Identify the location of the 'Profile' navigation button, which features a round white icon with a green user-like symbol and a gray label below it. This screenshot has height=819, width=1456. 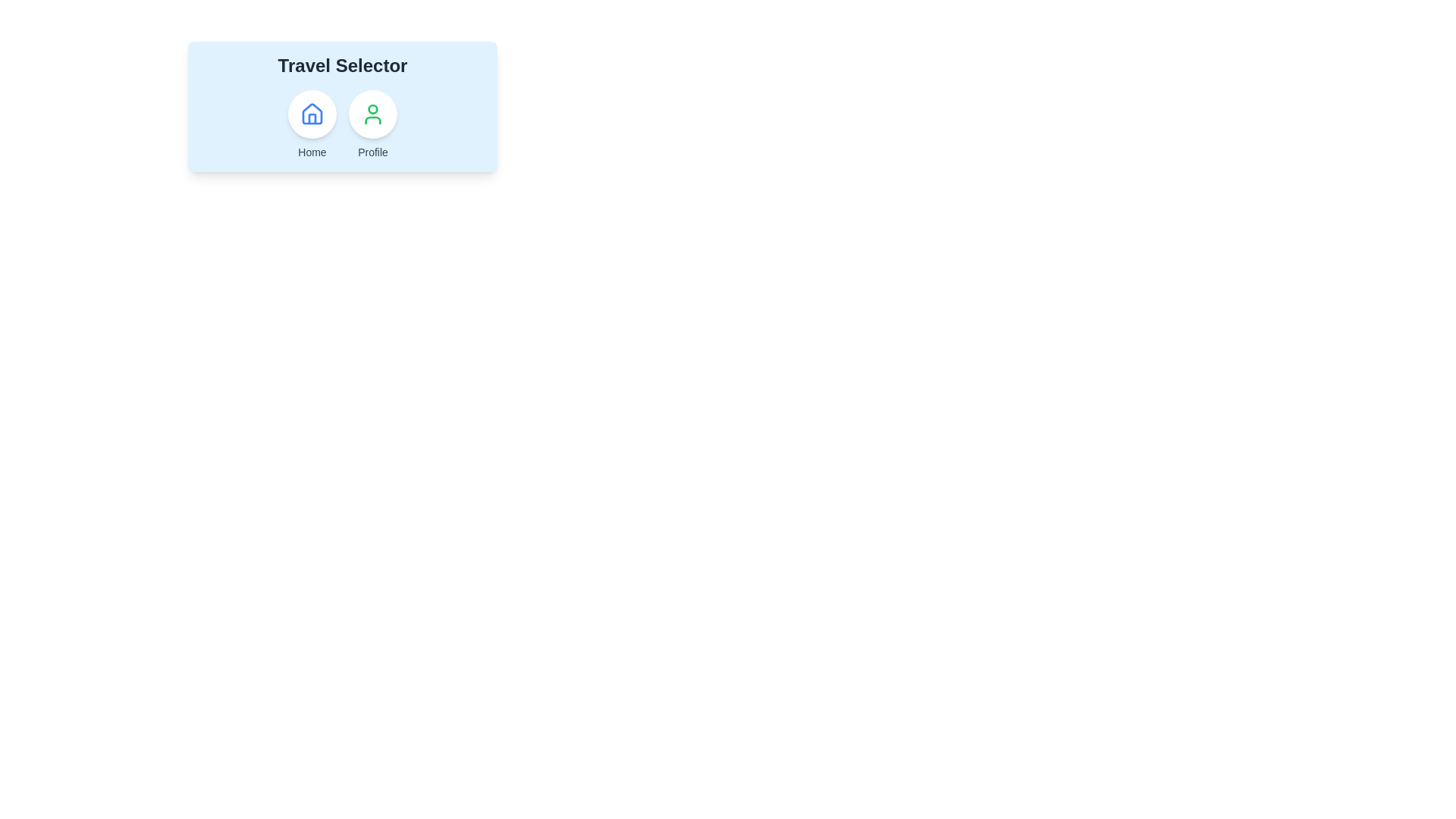
(372, 124).